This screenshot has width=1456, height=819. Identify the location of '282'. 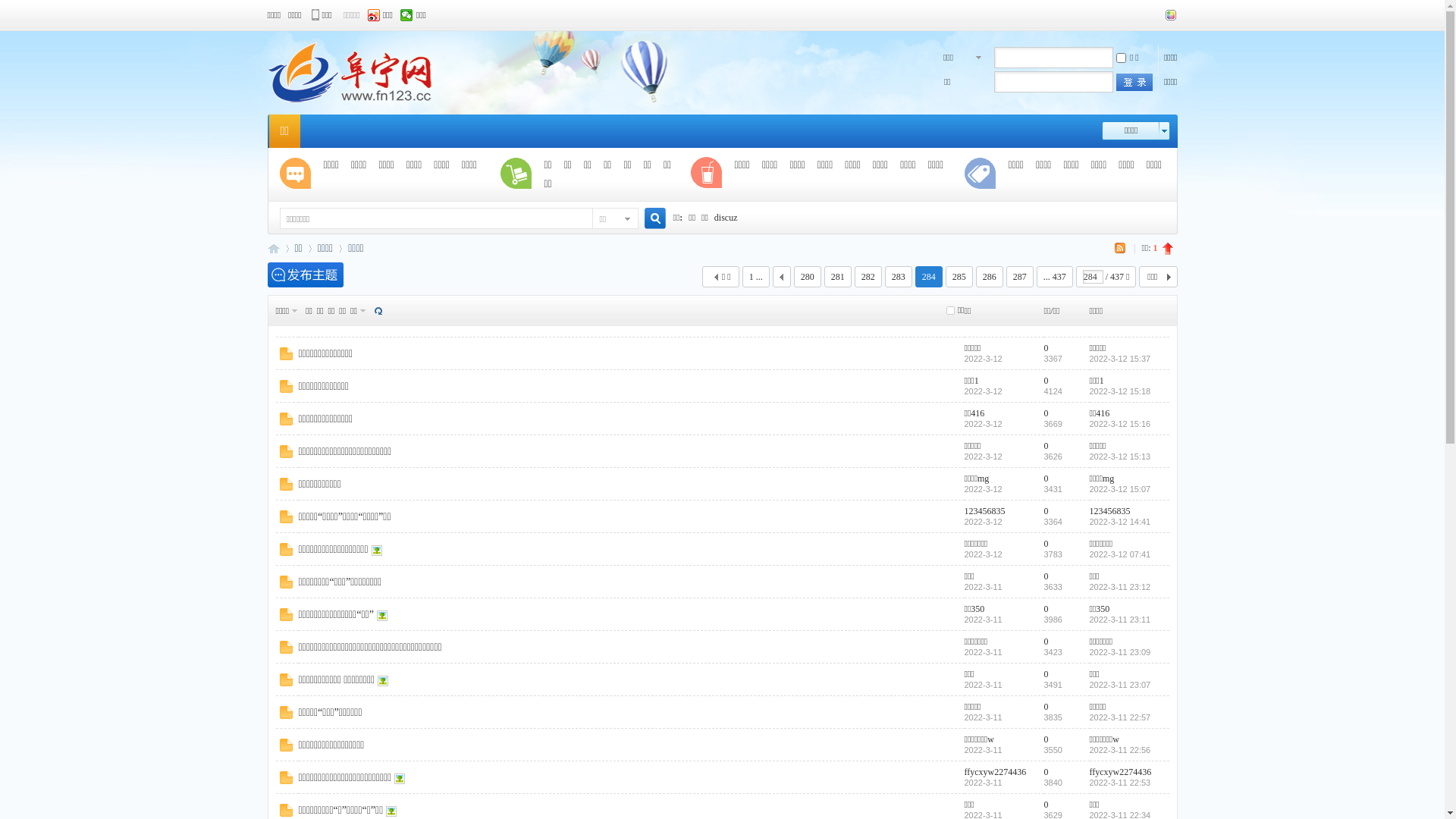
(868, 277).